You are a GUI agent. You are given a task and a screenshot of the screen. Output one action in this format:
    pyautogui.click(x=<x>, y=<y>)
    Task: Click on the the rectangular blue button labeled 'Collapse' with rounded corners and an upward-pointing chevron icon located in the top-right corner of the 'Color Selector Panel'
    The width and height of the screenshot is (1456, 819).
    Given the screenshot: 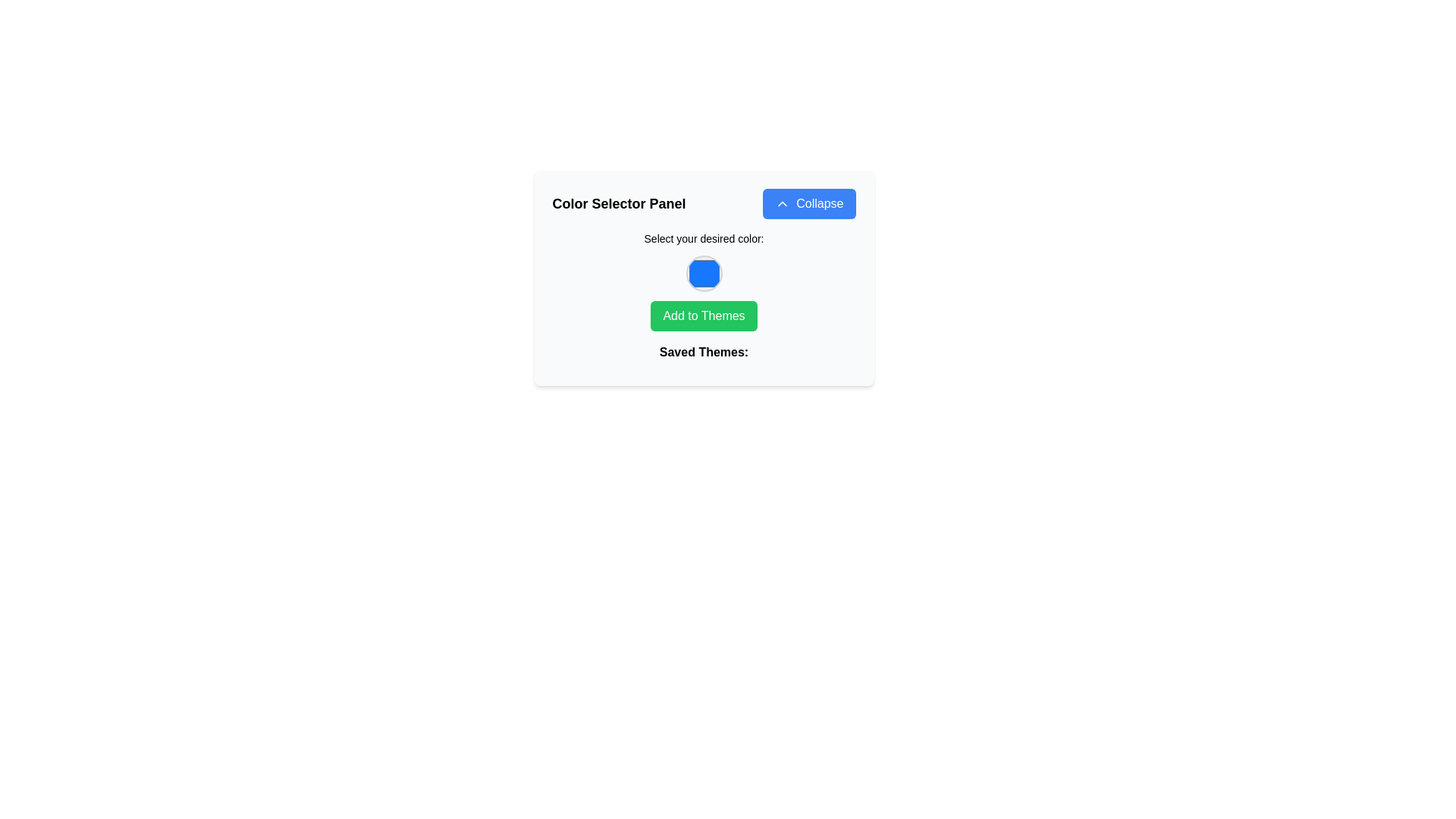 What is the action you would take?
    pyautogui.click(x=808, y=203)
    